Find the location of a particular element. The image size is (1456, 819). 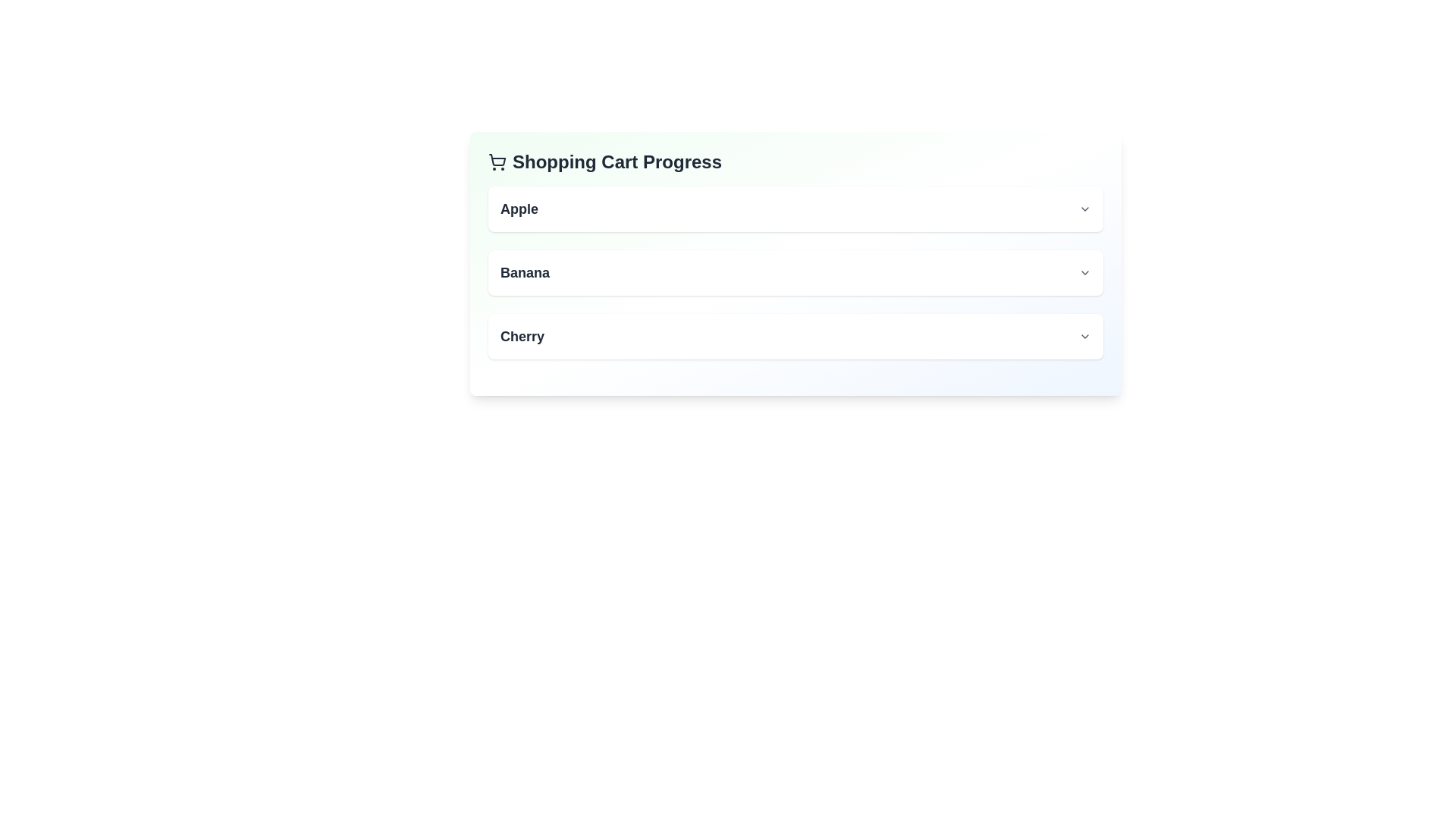

the shopping cart icon located at the start of the header section of the 'Shopping Cart Progress' panel is located at coordinates (497, 162).